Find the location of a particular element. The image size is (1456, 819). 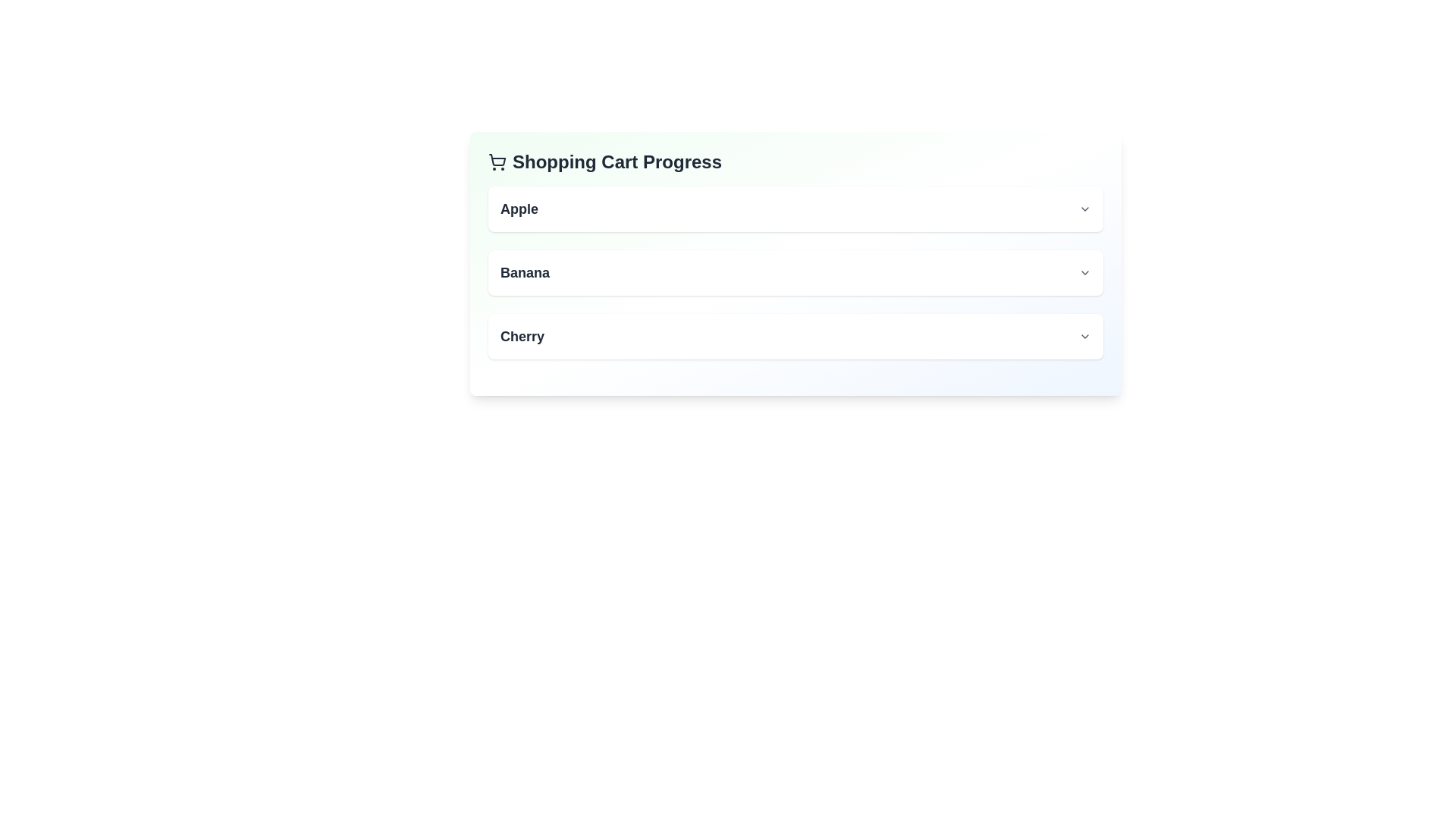

the shopping cart icon located at the start of the header section of the 'Shopping Cart Progress' panel is located at coordinates (497, 162).